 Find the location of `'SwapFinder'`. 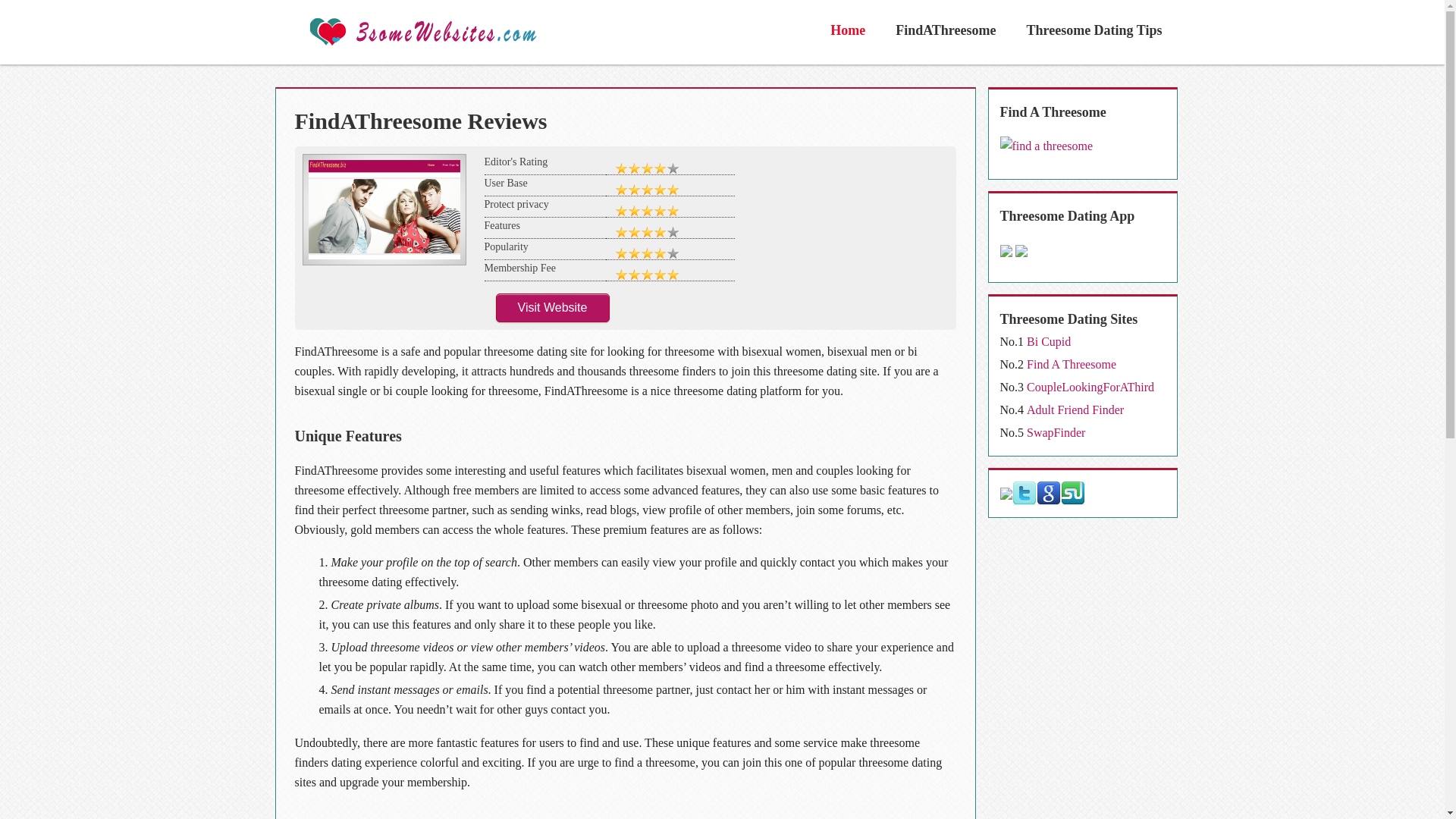

'SwapFinder' is located at coordinates (1055, 432).